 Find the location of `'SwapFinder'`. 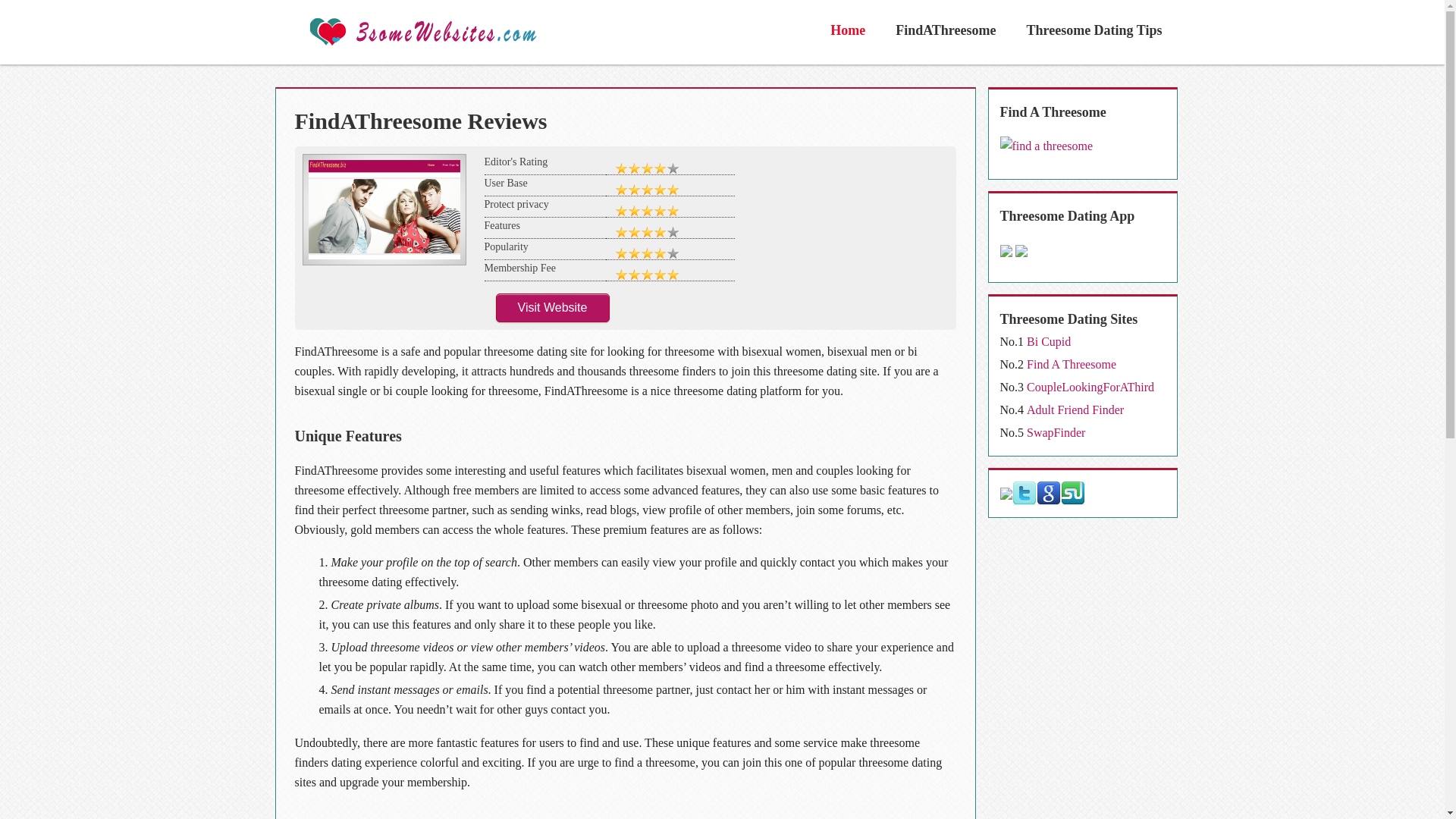

'SwapFinder' is located at coordinates (1055, 432).